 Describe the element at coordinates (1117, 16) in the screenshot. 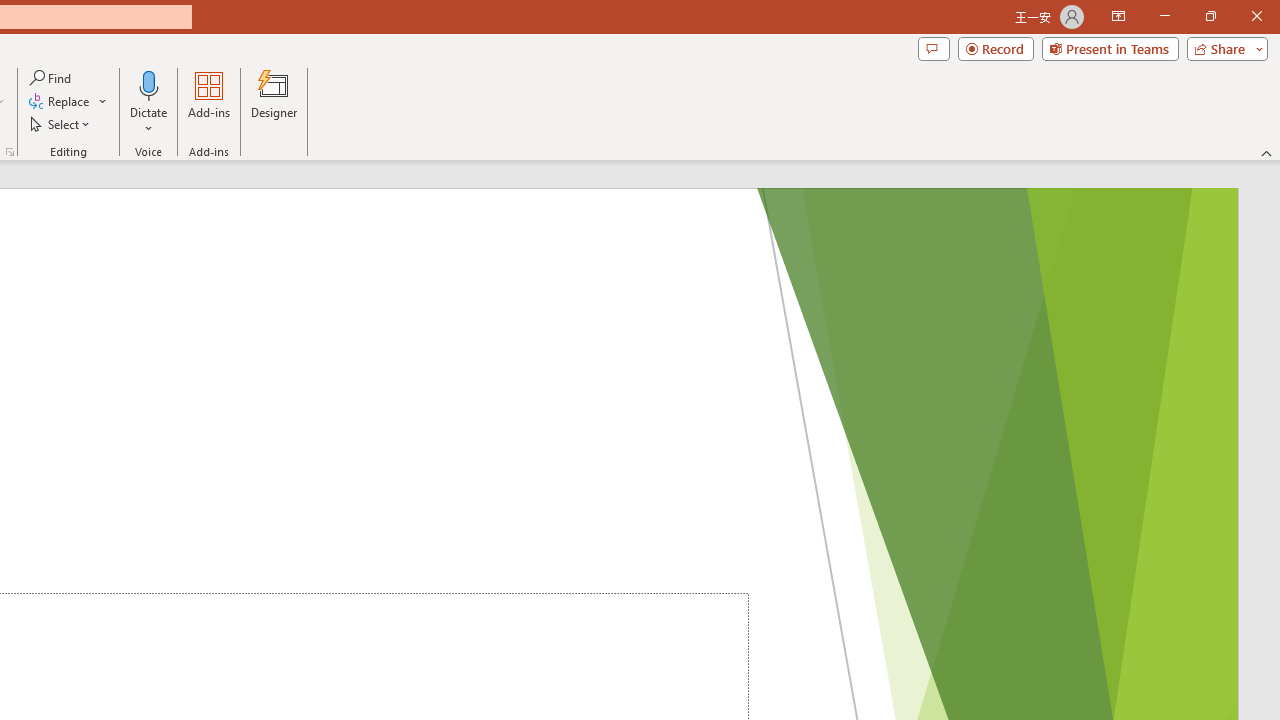

I see `'Ribbon Display Options'` at that location.